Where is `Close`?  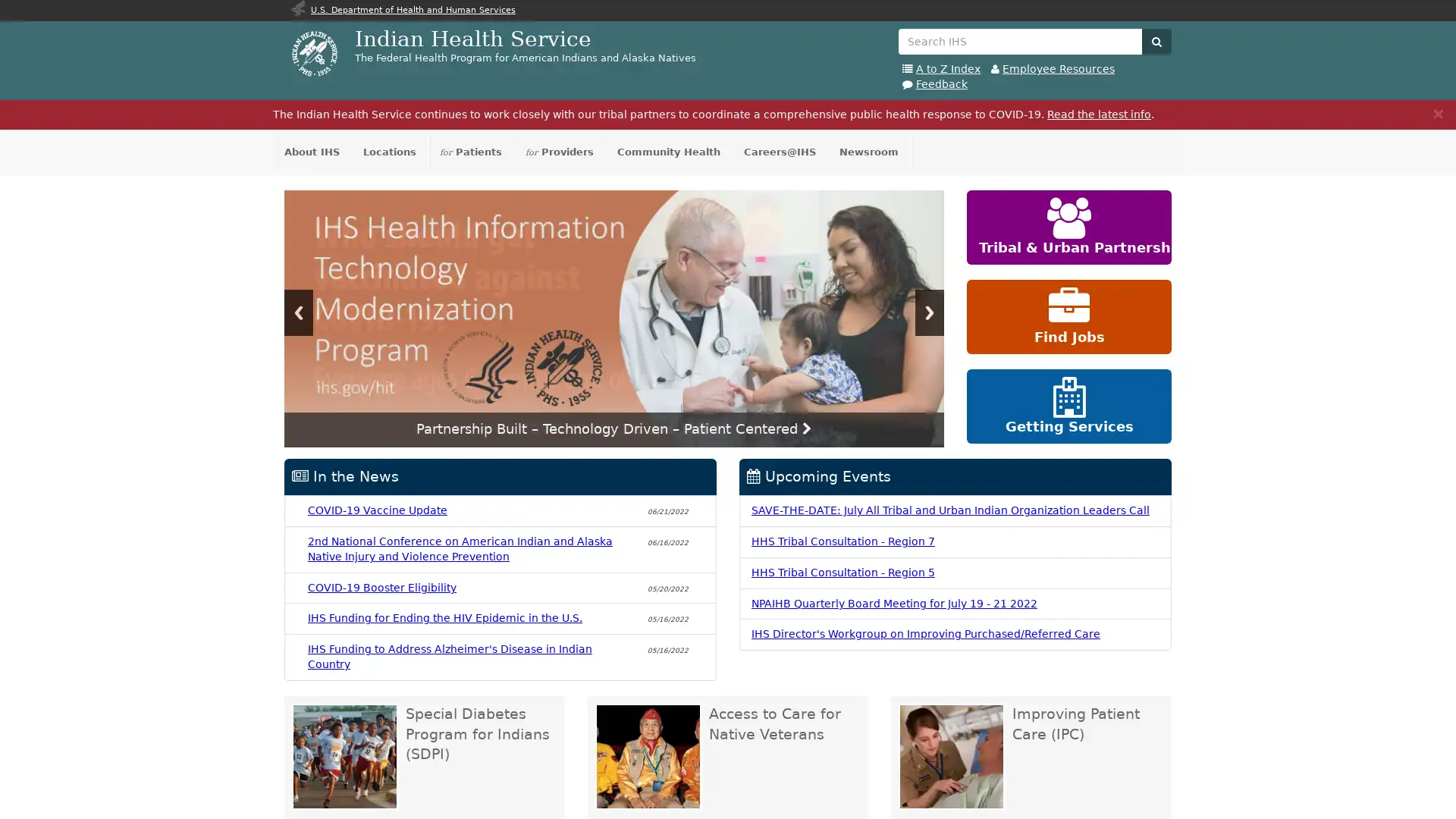
Close is located at coordinates (1437, 112).